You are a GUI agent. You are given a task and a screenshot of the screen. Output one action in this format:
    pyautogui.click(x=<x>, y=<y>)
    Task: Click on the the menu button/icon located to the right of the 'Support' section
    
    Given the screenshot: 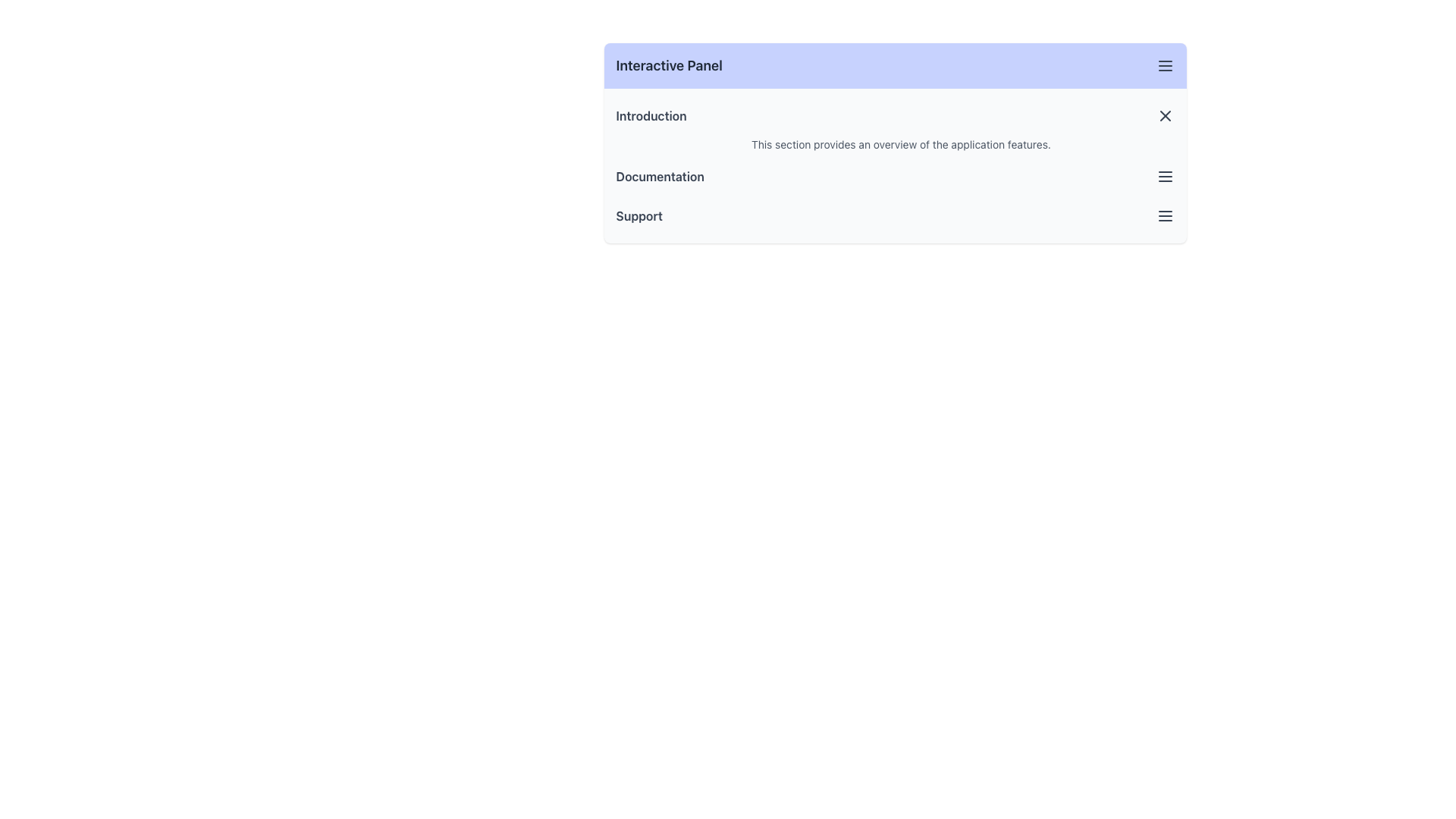 What is the action you would take?
    pyautogui.click(x=1164, y=216)
    